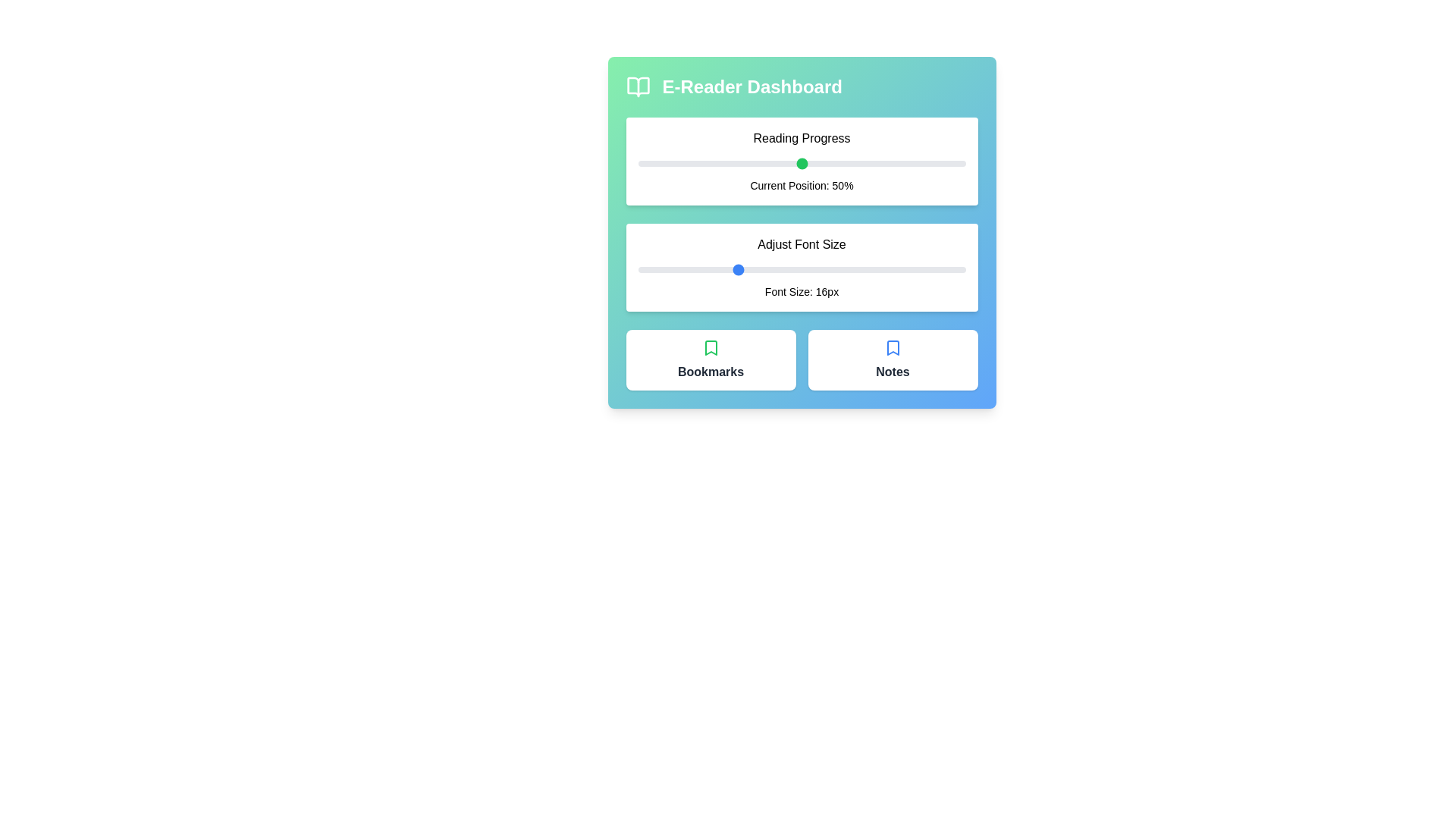 Image resolution: width=1456 pixels, height=819 pixels. I want to click on the font size slider to 19 px, so click(785, 268).